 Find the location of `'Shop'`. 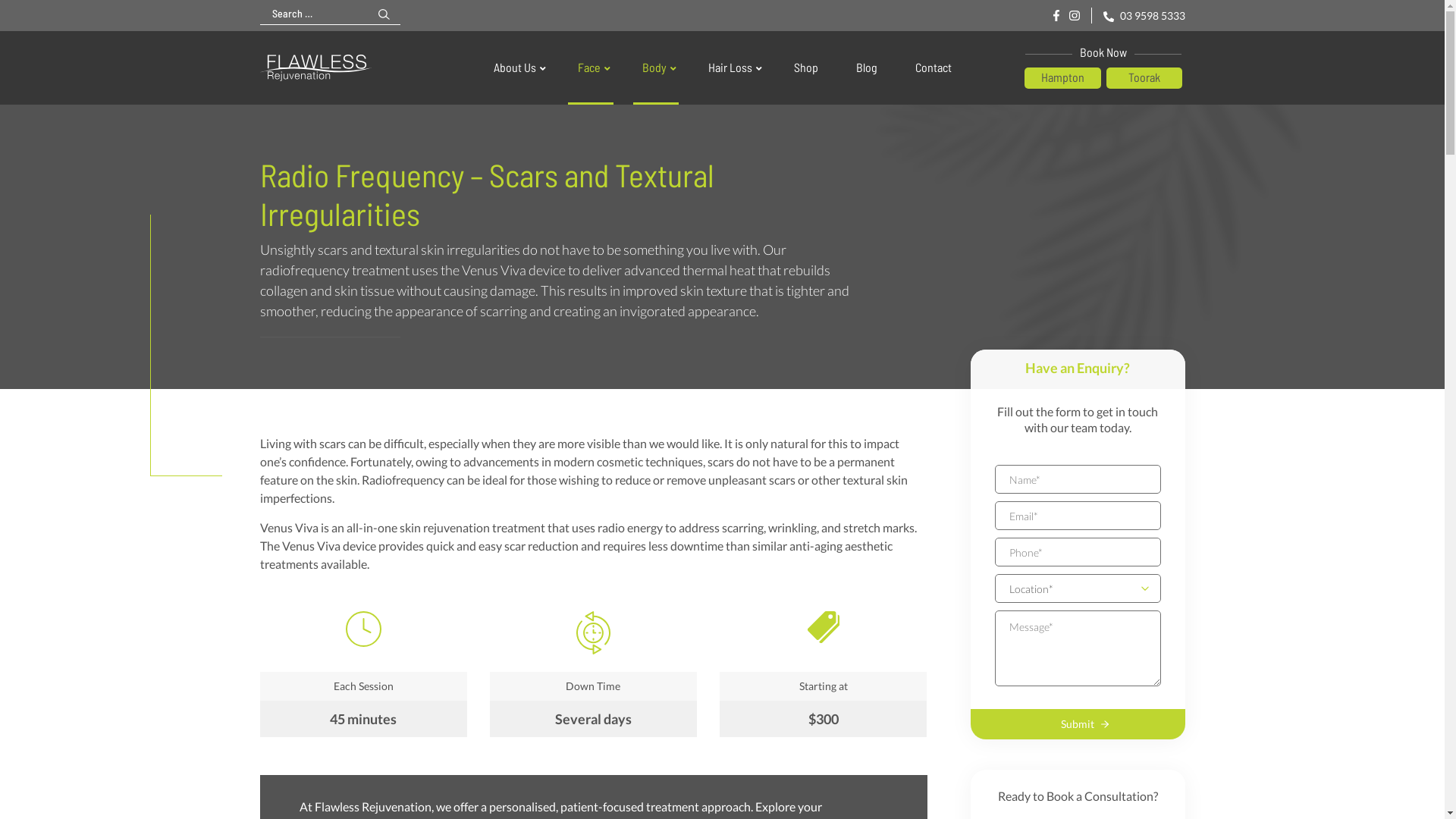

'Shop' is located at coordinates (804, 67).